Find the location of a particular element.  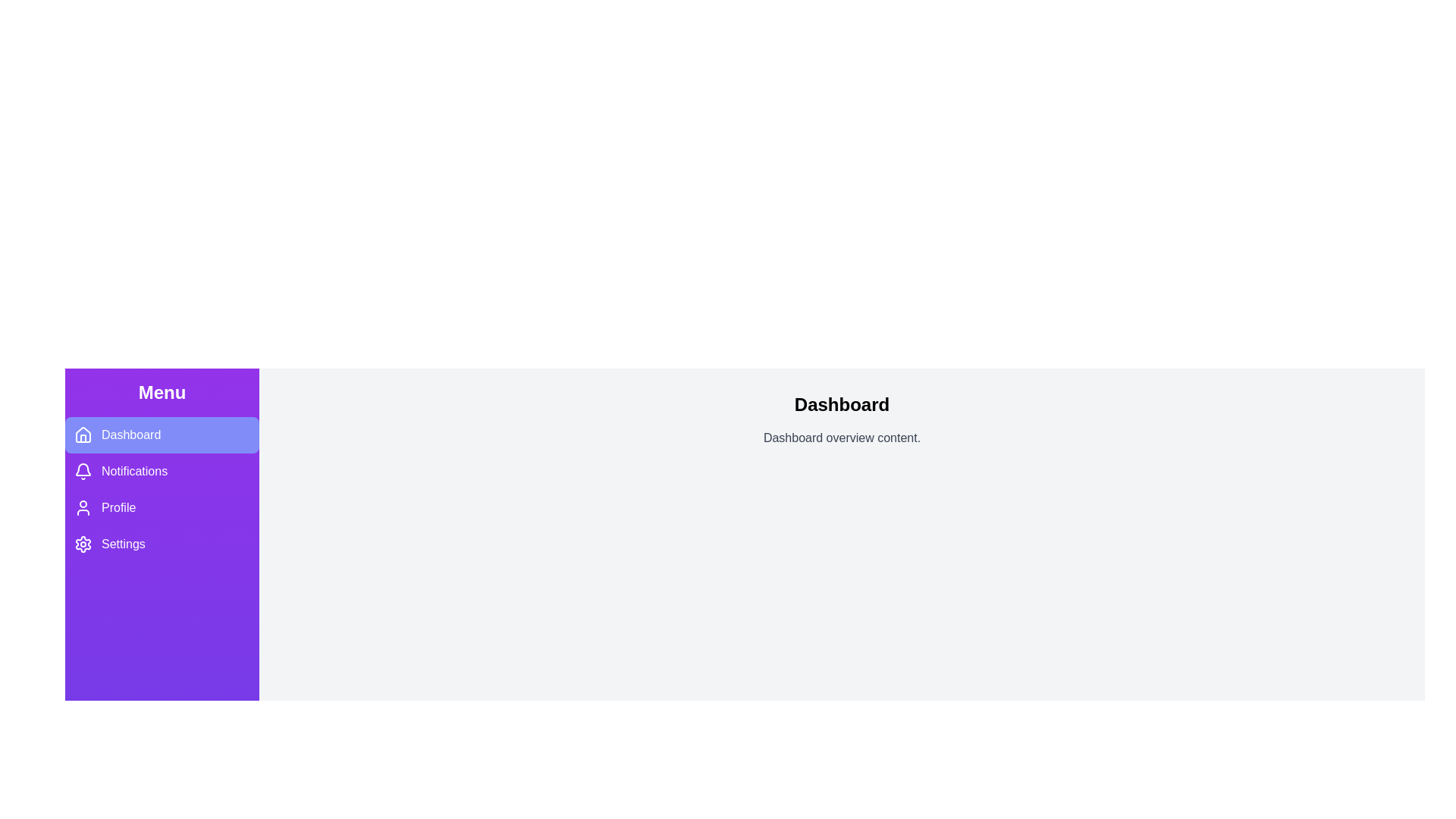

the second menu item in the vertical menu is located at coordinates (162, 470).